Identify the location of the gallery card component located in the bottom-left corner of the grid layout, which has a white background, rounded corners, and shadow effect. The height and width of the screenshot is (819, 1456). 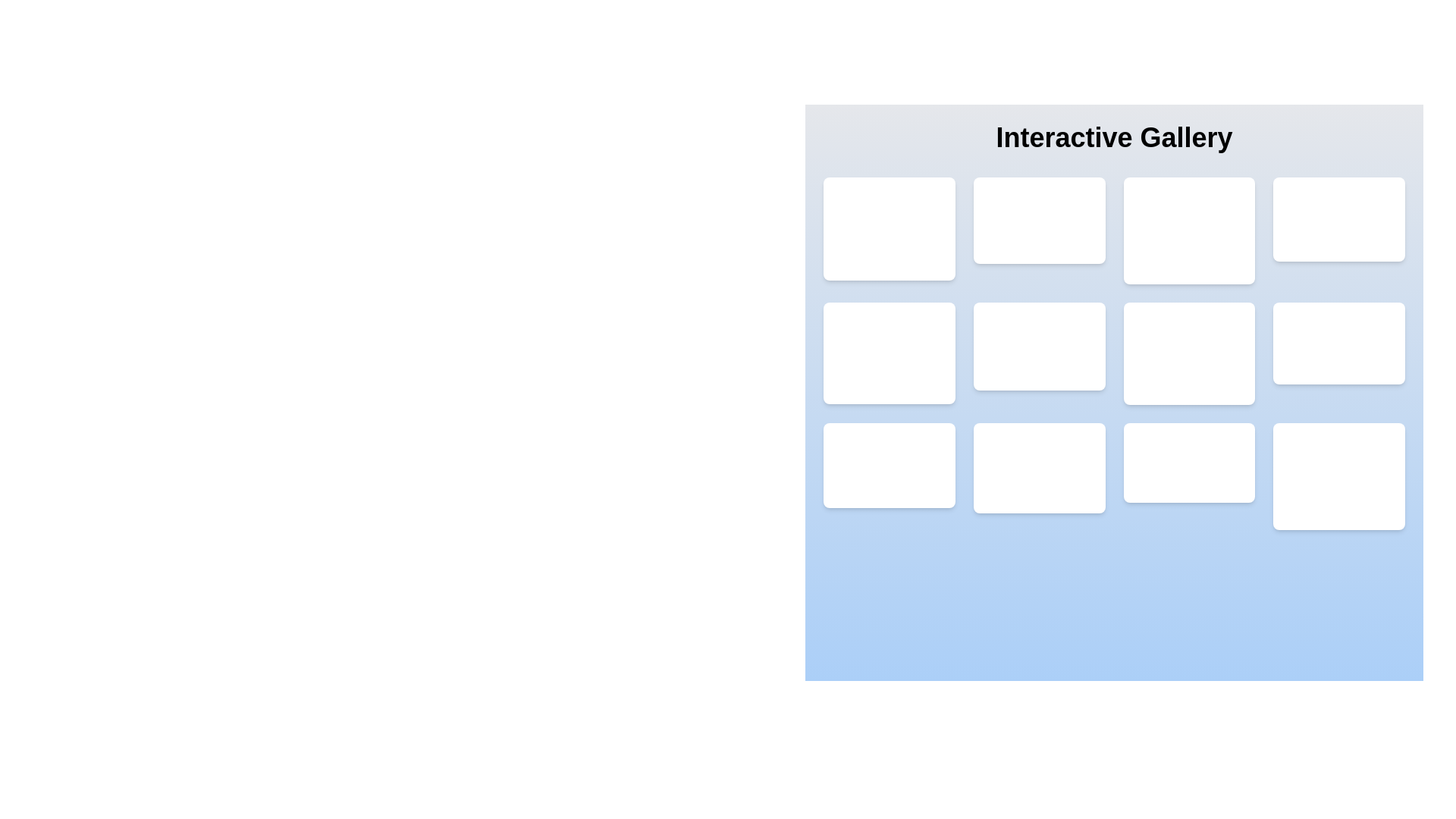
(889, 464).